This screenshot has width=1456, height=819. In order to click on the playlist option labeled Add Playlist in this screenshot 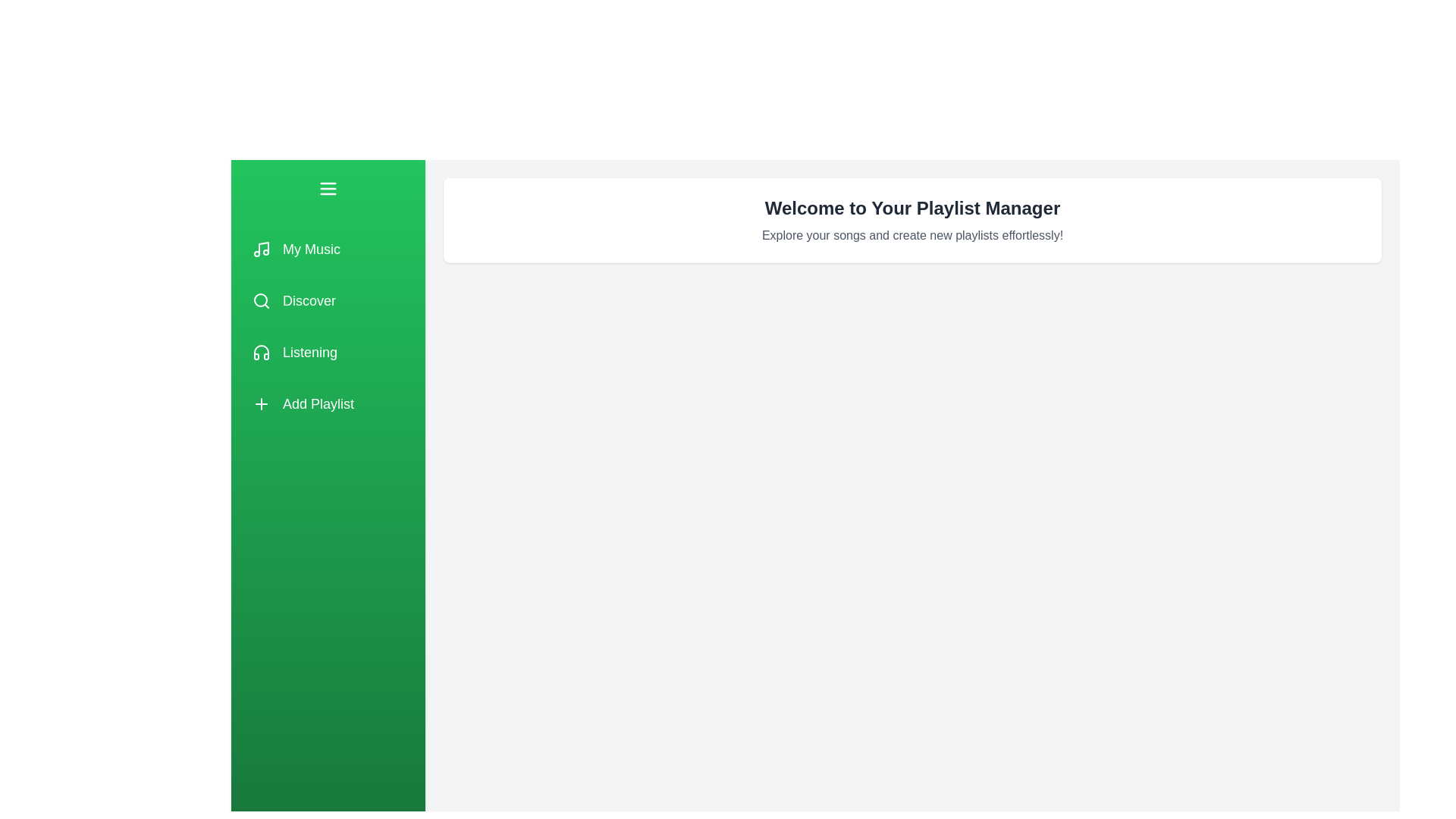, I will do `click(327, 403)`.